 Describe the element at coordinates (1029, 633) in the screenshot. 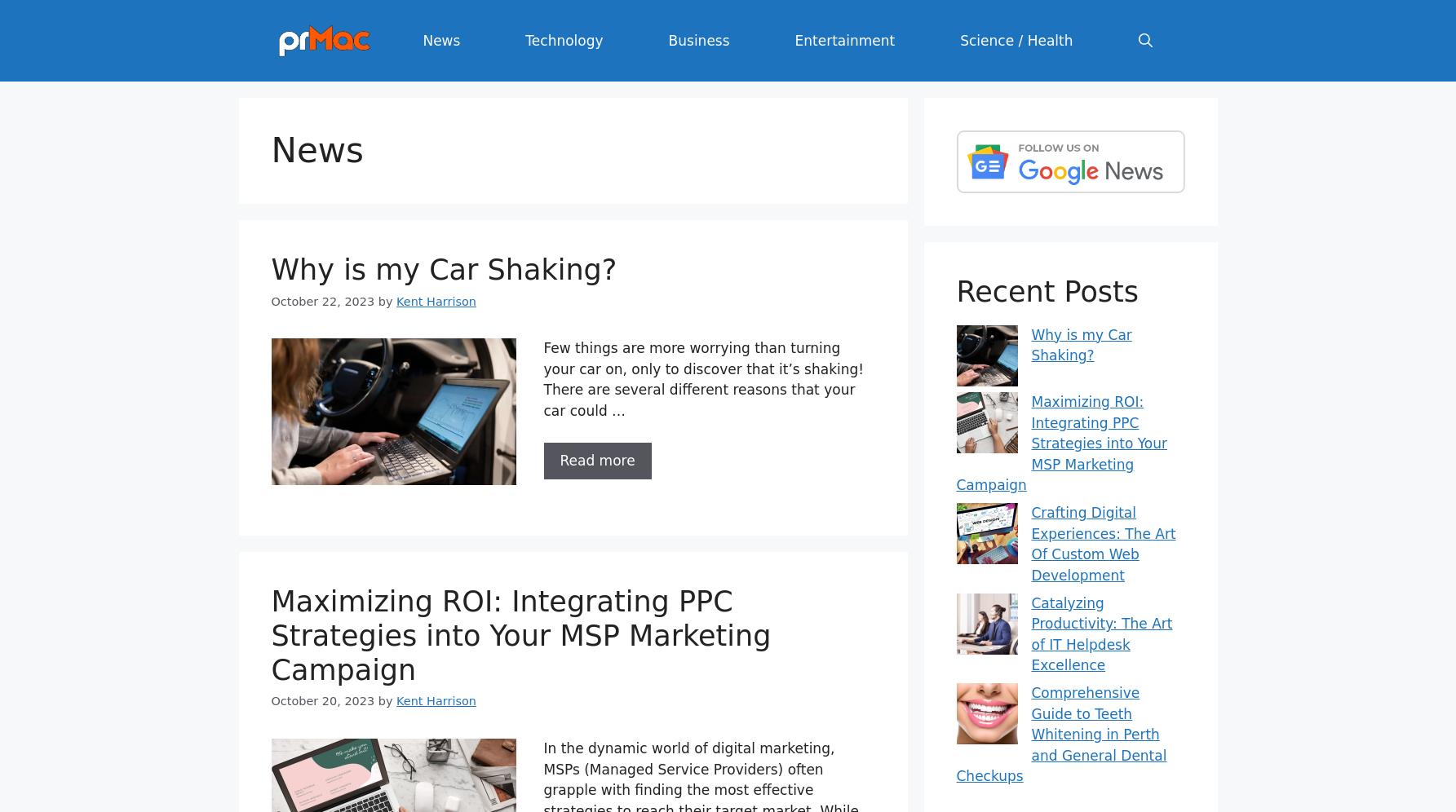

I see `'Catalyzing Productivity: The Art of IT Helpdesk Excellence'` at that location.